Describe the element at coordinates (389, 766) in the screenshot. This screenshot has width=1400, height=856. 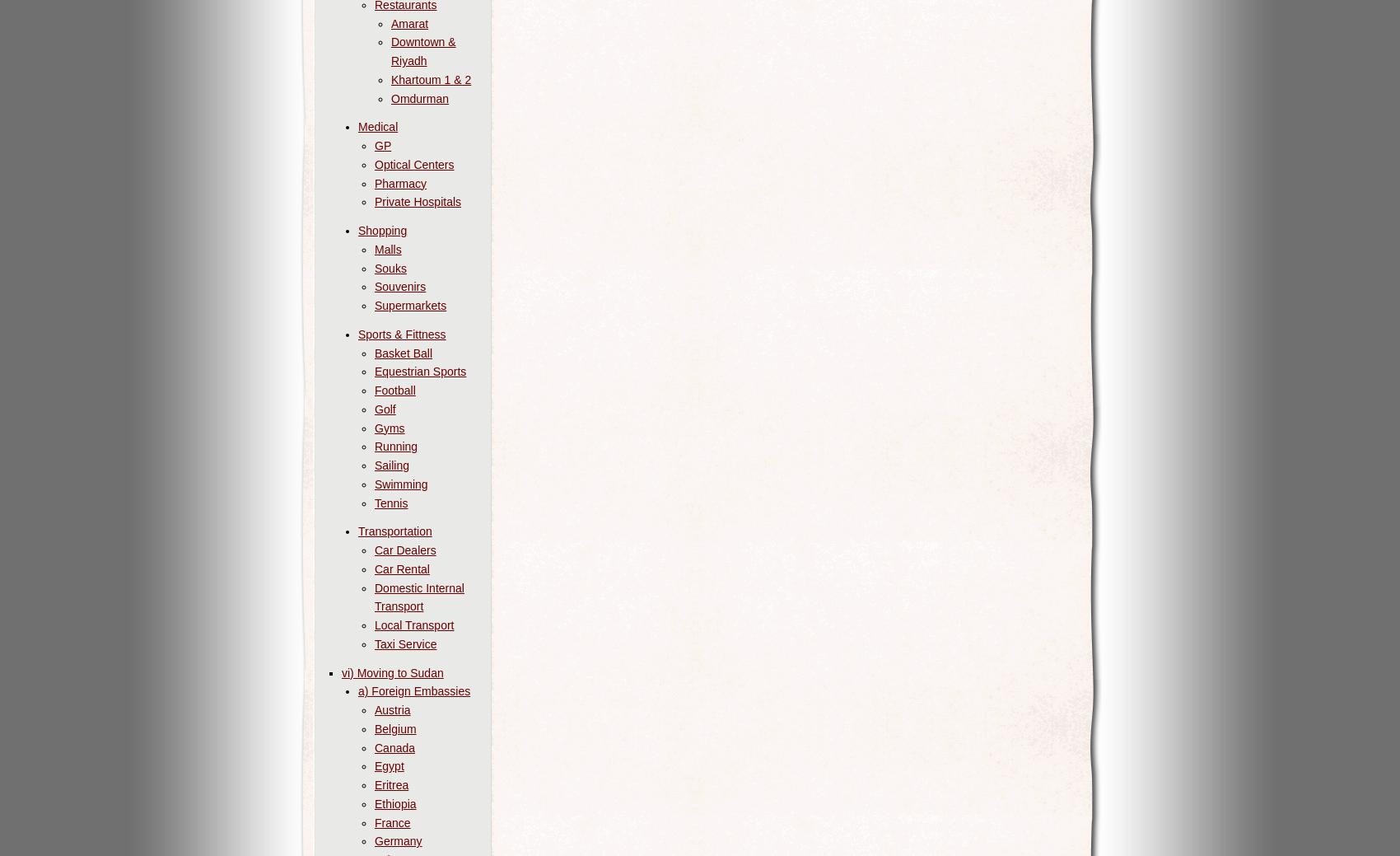
I see `'Egypt'` at that location.